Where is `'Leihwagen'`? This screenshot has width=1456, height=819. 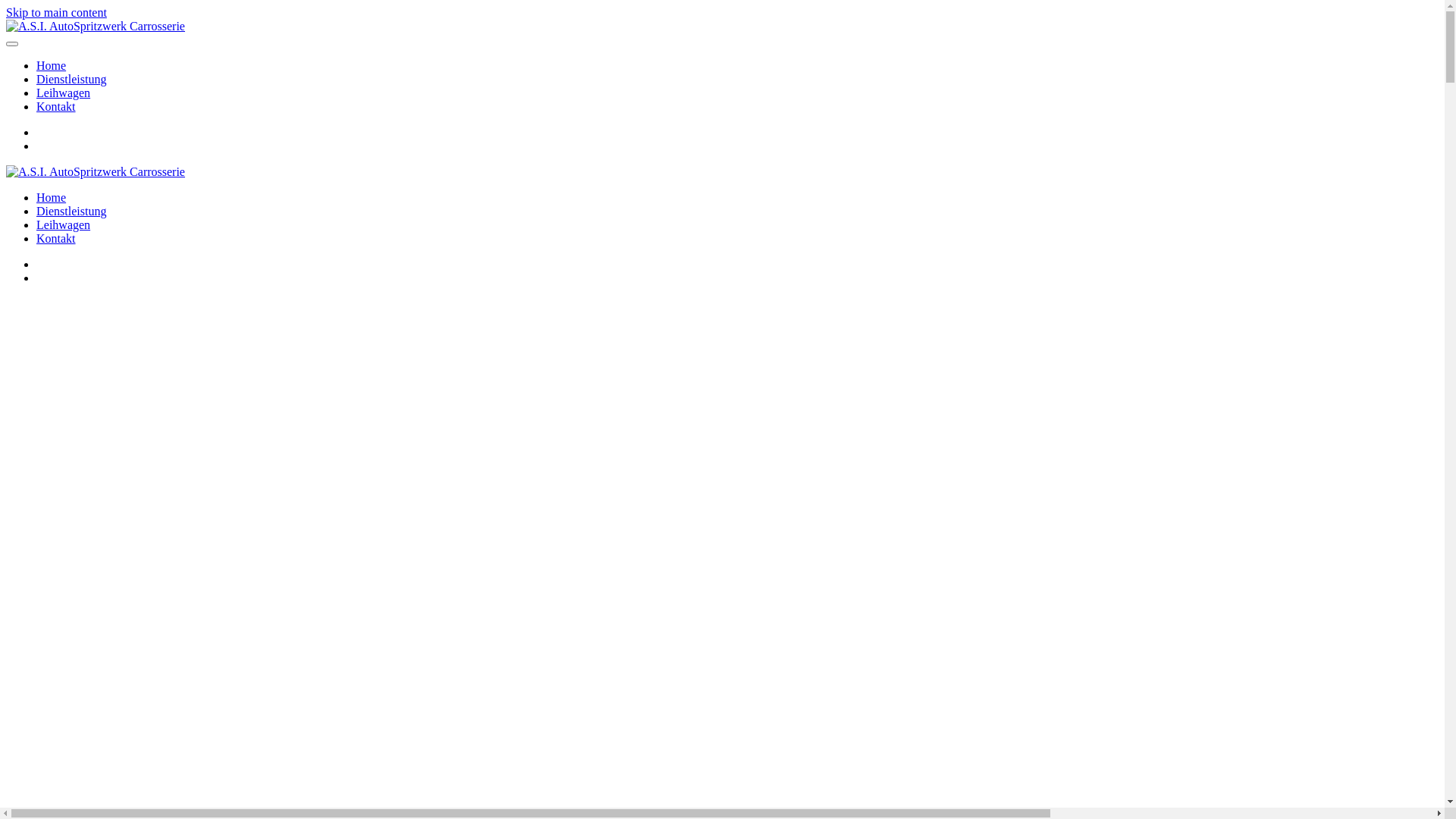
'Leihwagen' is located at coordinates (62, 93).